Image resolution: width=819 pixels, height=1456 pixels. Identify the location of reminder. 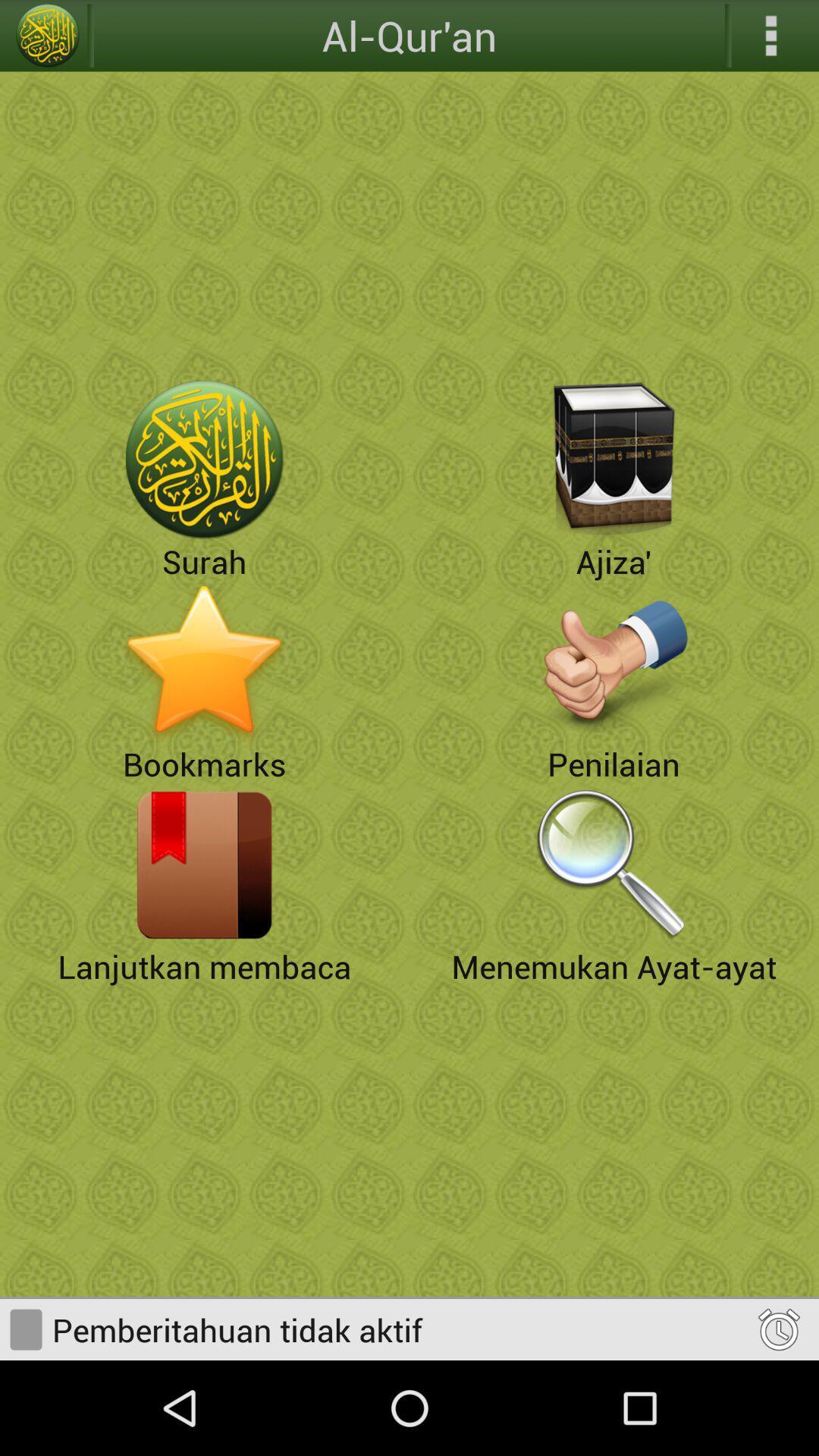
(779, 1329).